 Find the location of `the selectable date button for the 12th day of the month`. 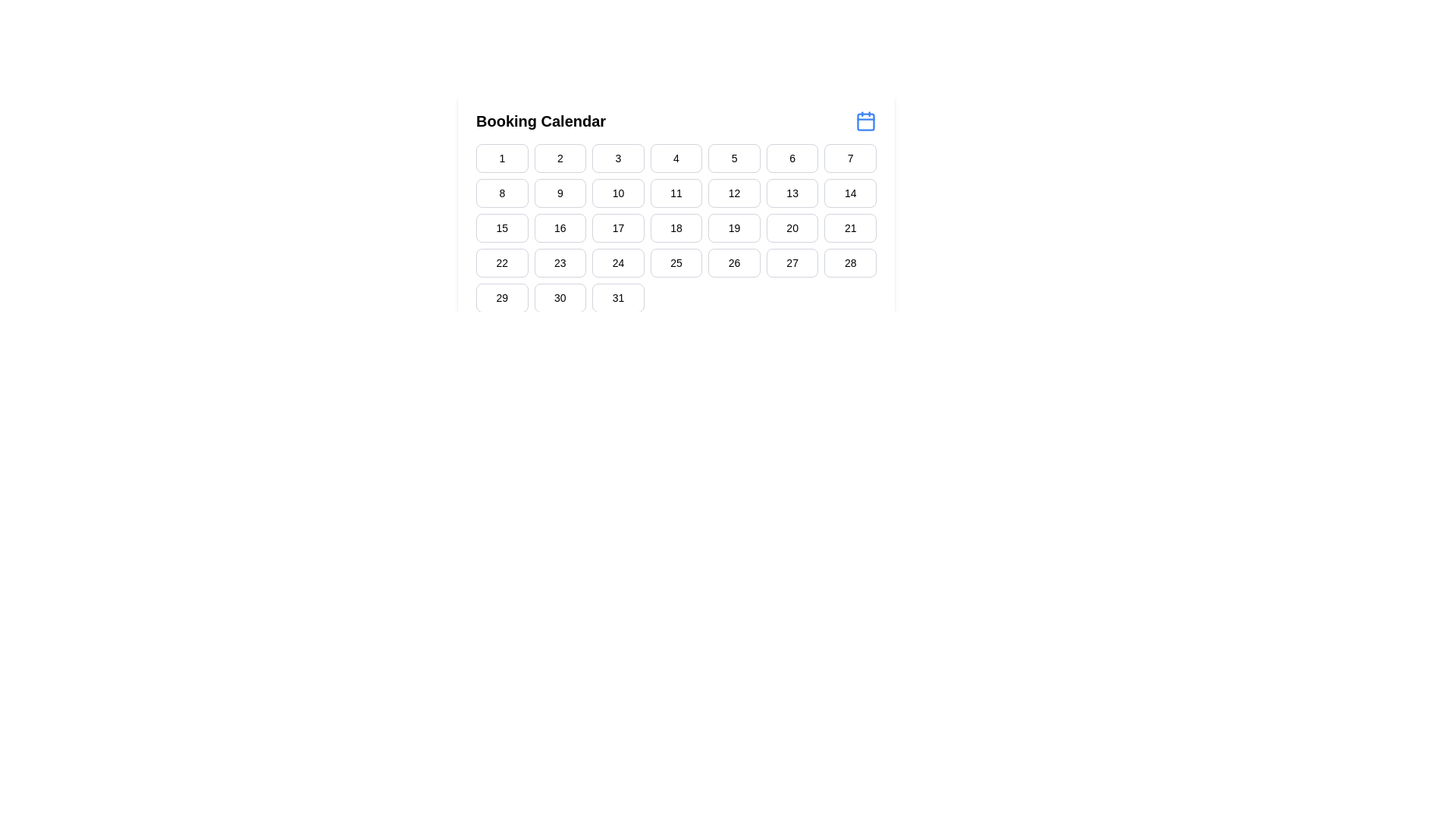

the selectable date button for the 12th day of the month is located at coordinates (734, 192).